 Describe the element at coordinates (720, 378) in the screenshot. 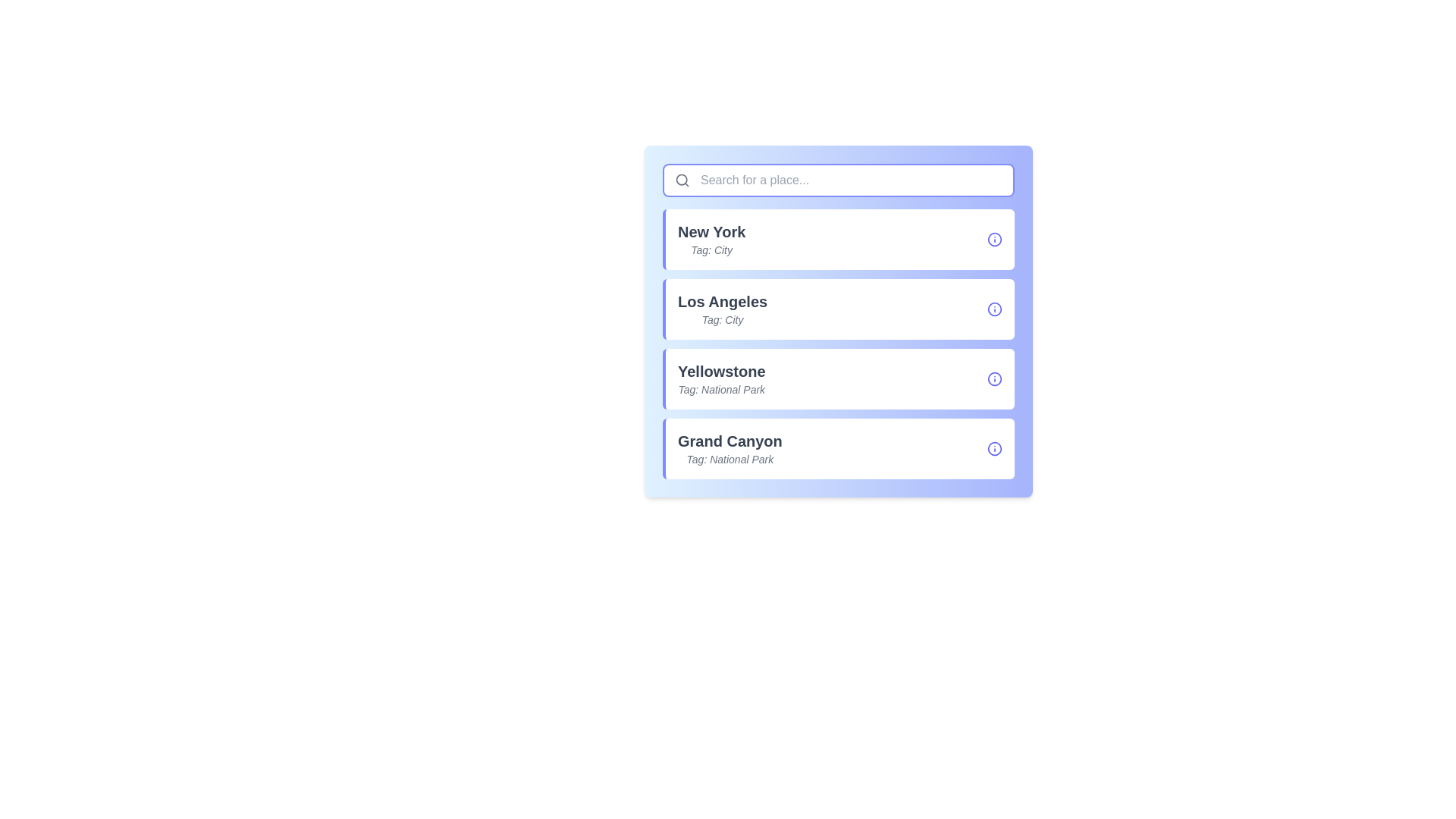

I see `contents of the label displaying 'Yellowstone' and its category 'National Park' located in the third list item of the vertical selection menu` at that location.